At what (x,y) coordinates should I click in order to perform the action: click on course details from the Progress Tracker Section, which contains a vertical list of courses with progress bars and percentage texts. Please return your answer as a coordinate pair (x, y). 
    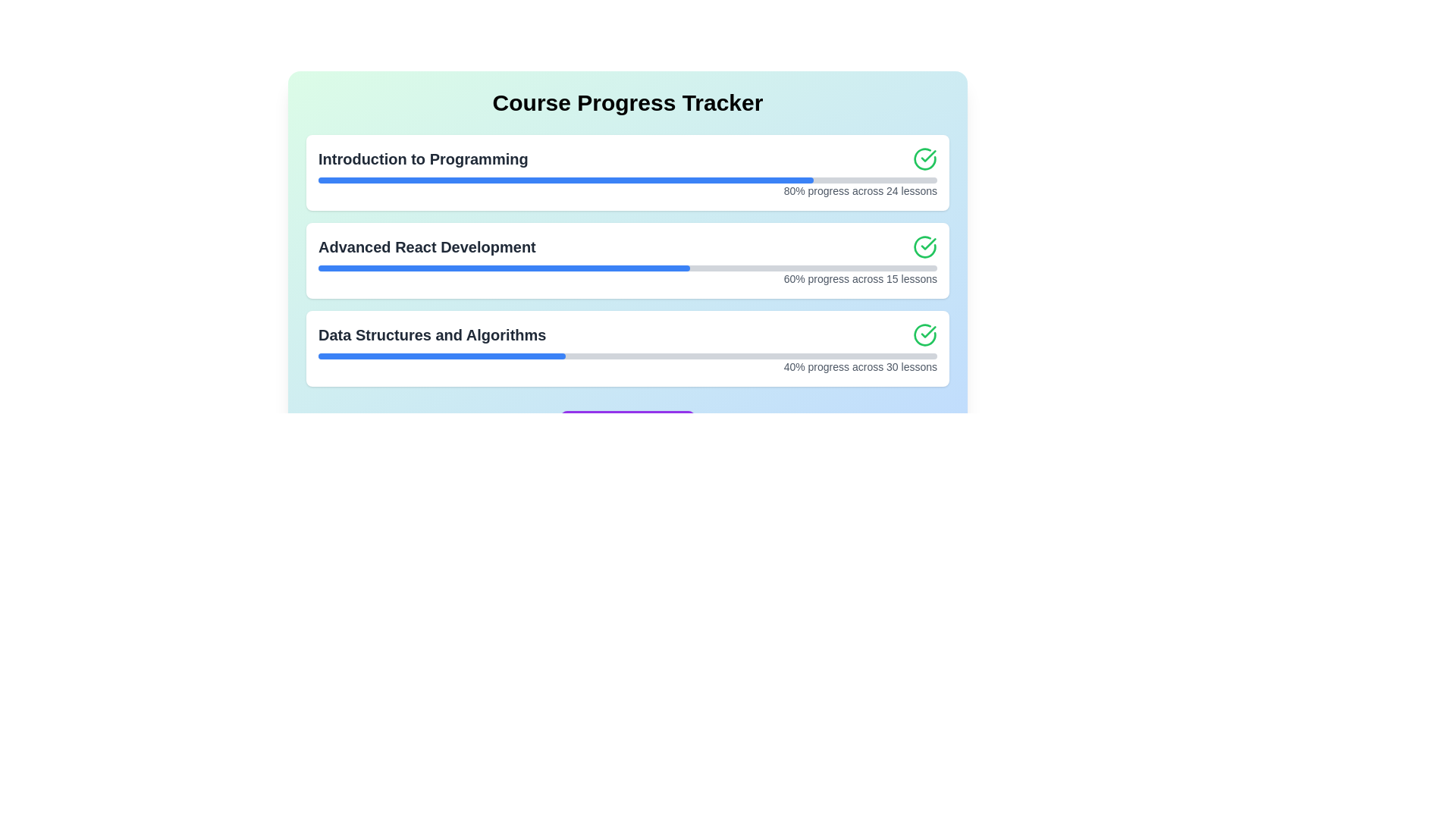
    Looking at the image, I should click on (628, 259).